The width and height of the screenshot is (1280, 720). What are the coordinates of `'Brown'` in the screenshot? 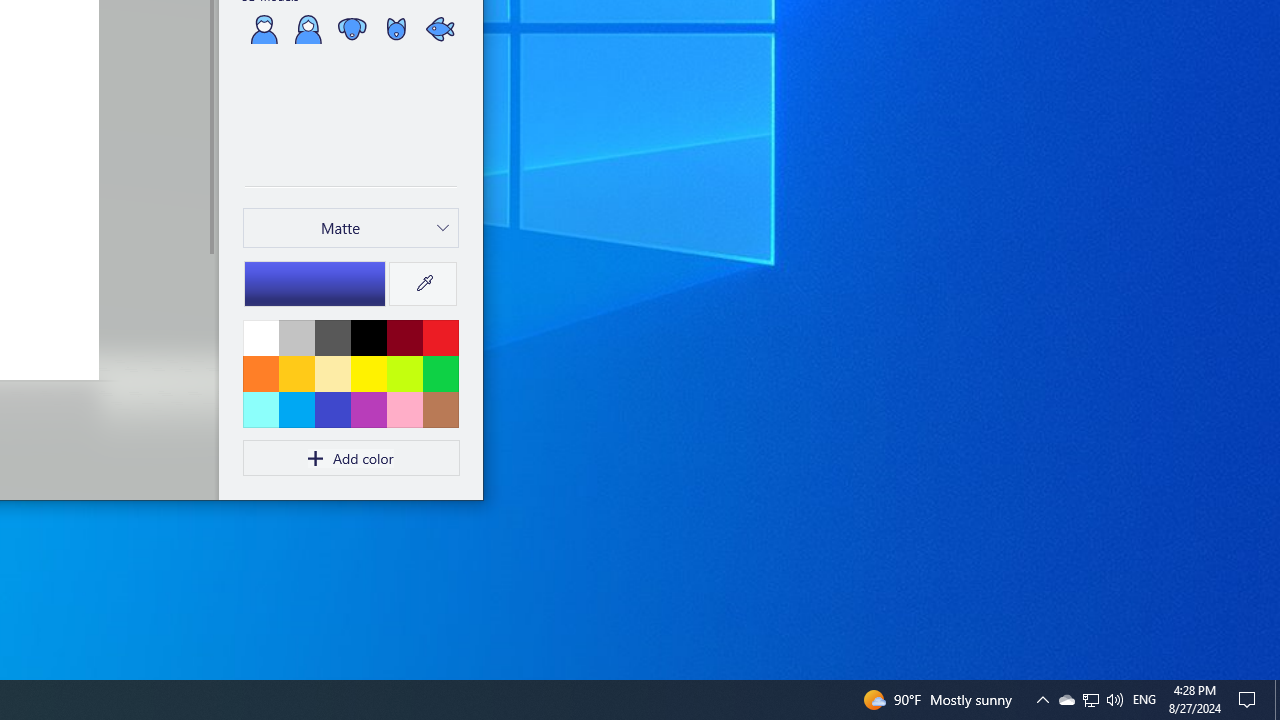 It's located at (439, 408).